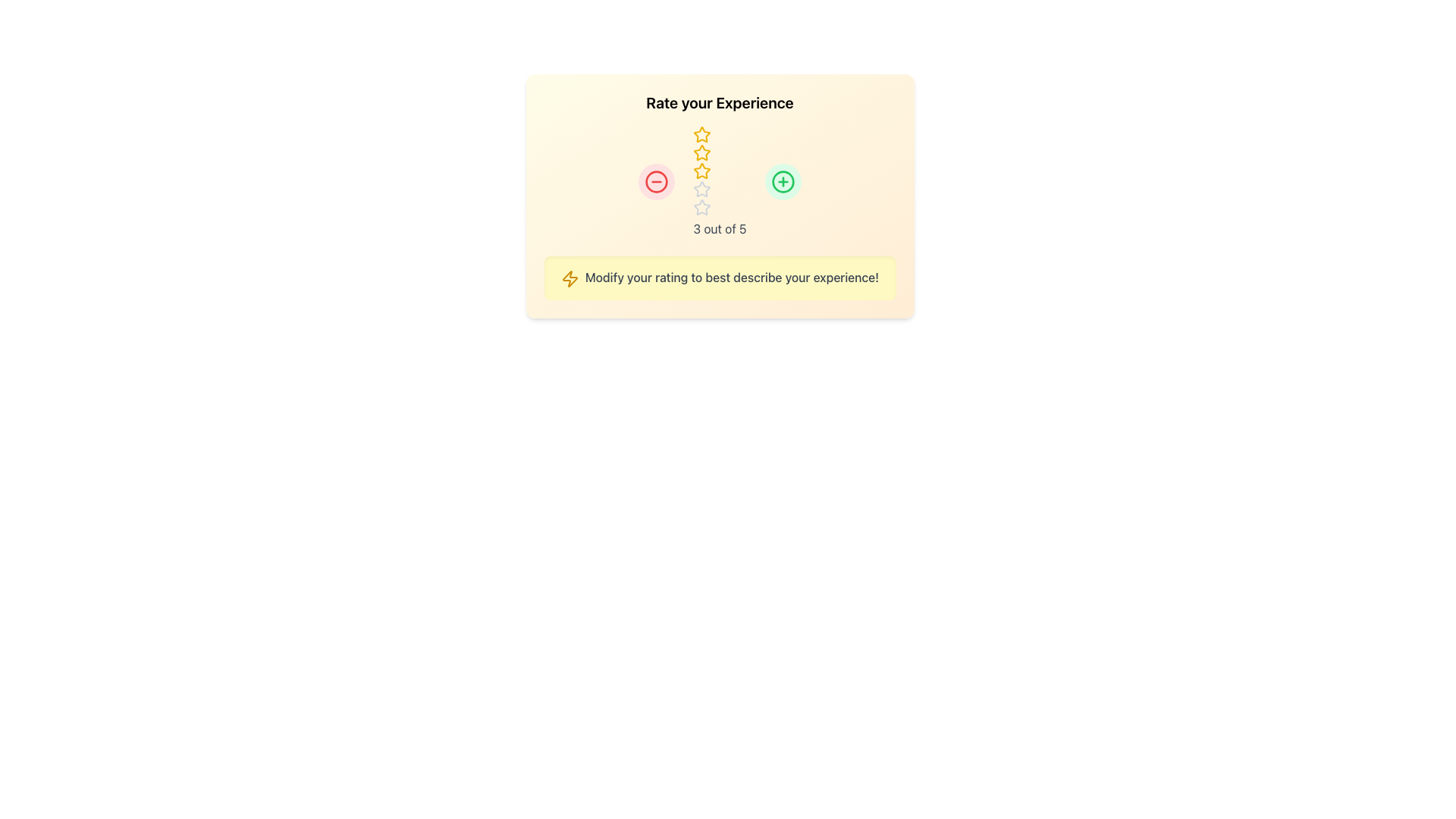 The image size is (1456, 819). Describe the element at coordinates (701, 133) in the screenshot. I see `the third yellow star icon in the rating system` at that location.